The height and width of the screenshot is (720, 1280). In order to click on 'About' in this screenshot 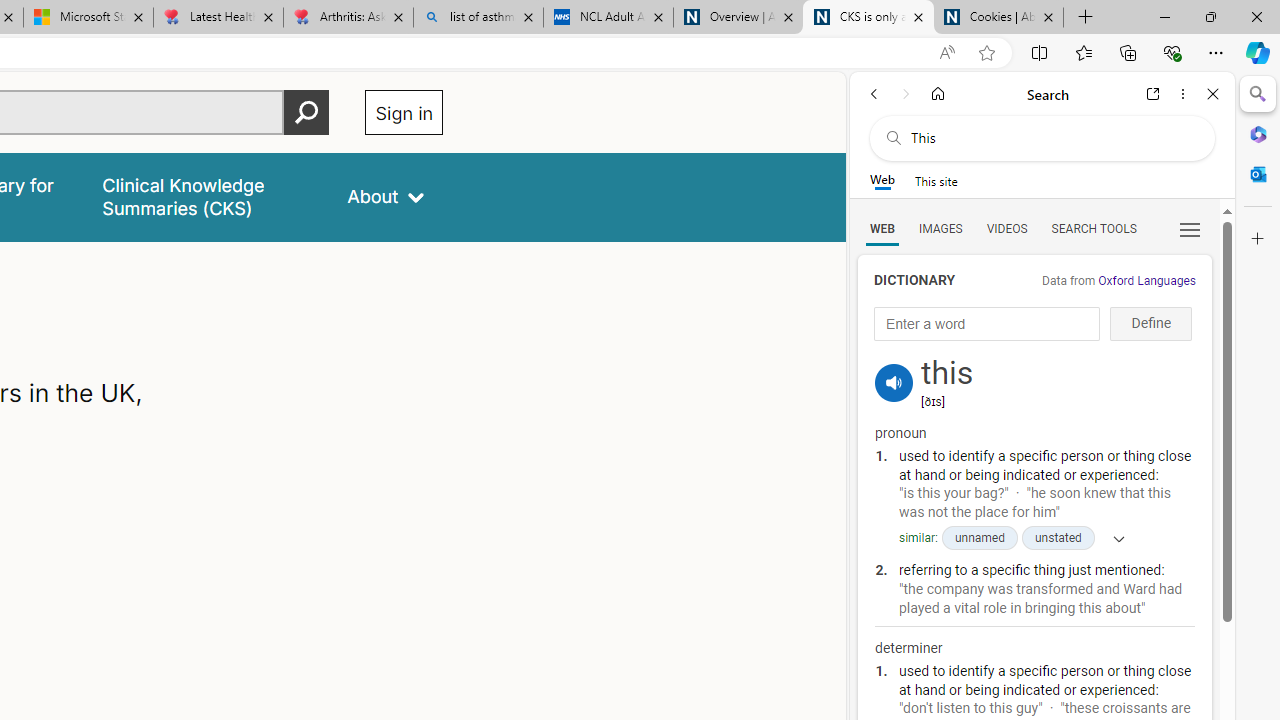, I will do `click(386, 197)`.